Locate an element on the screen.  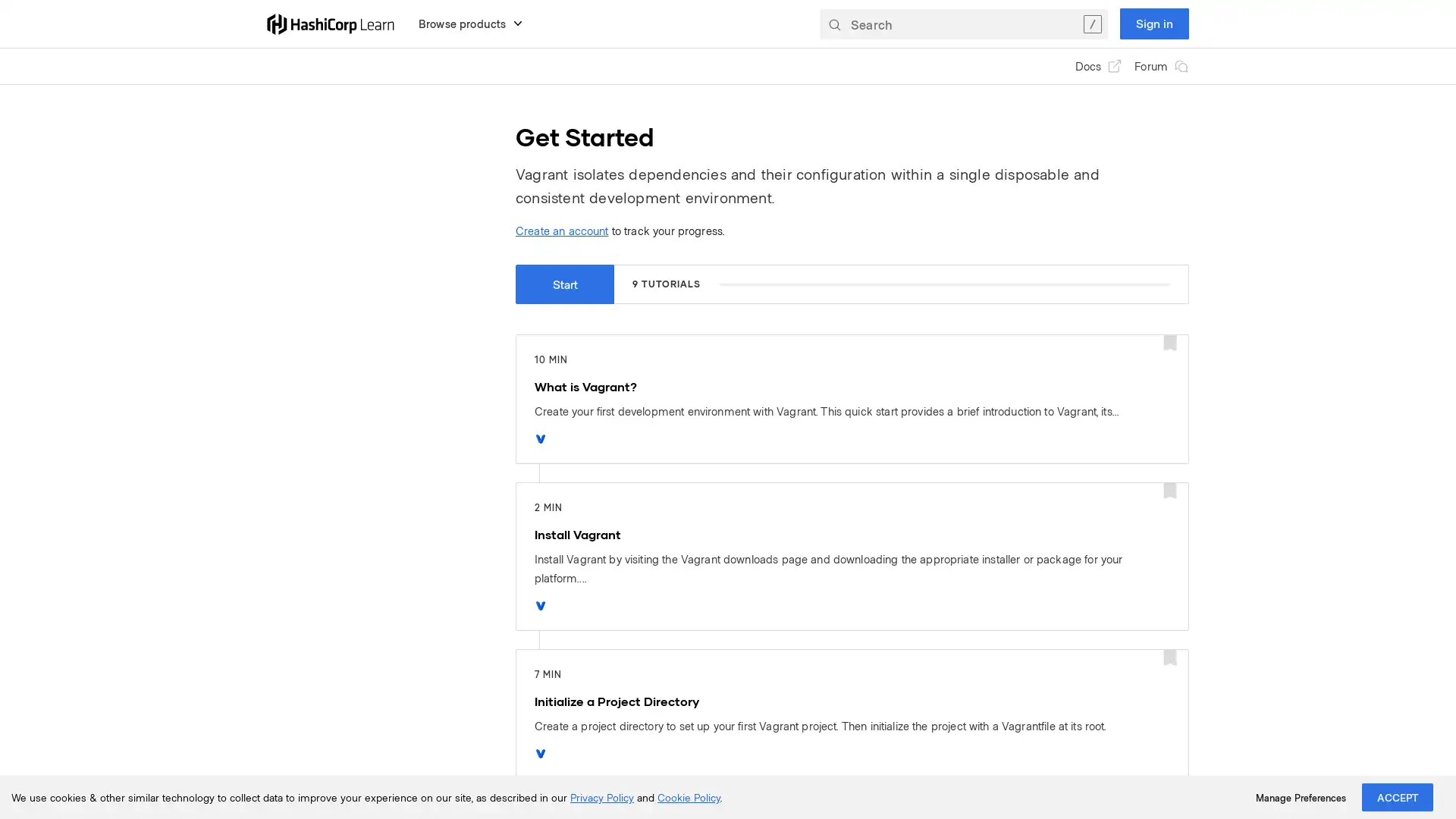
Add bookmark for: Install Vagrant is located at coordinates (1169, 491).